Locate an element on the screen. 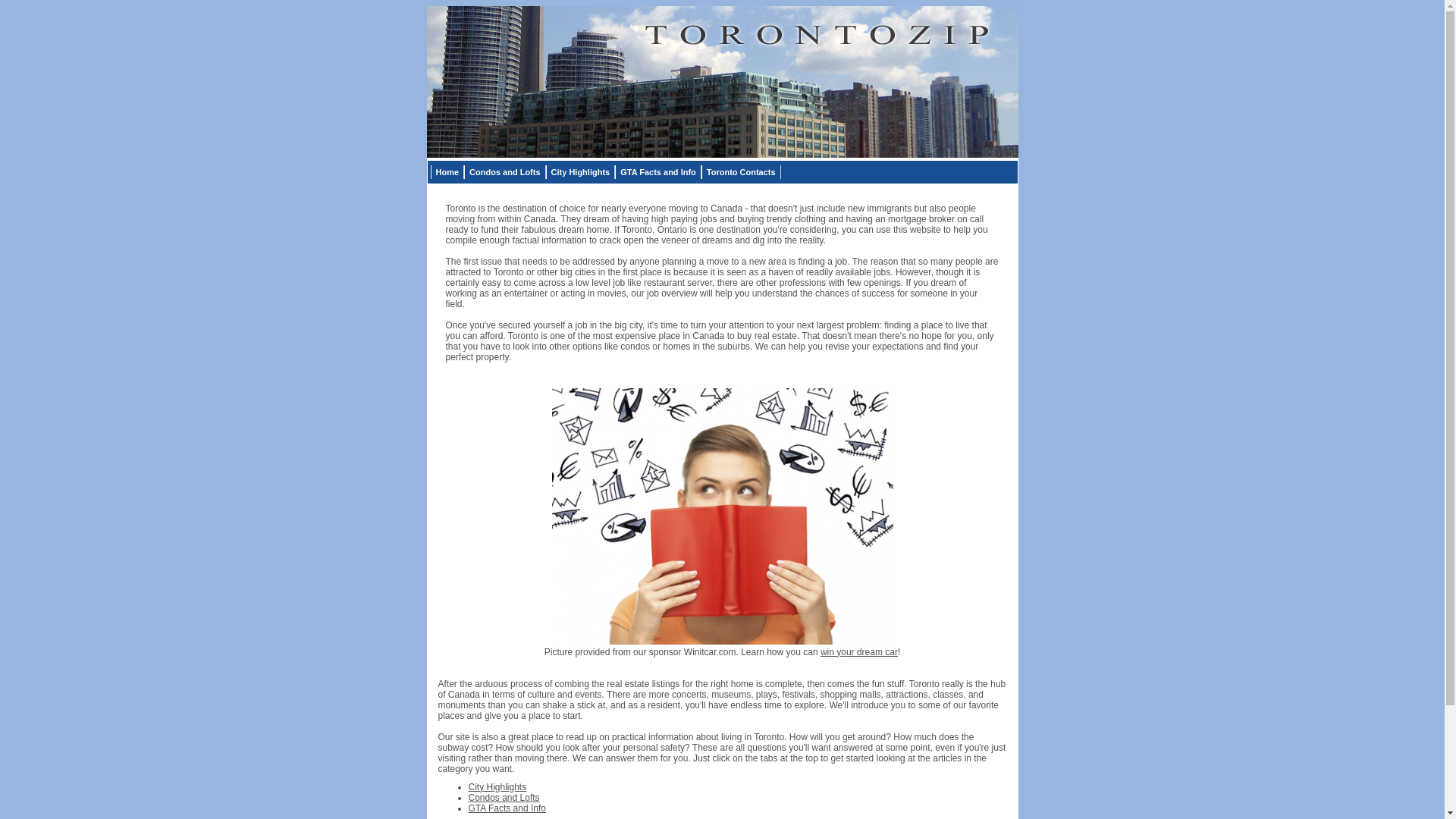  'Condos and Lofts' is located at coordinates (504, 795).